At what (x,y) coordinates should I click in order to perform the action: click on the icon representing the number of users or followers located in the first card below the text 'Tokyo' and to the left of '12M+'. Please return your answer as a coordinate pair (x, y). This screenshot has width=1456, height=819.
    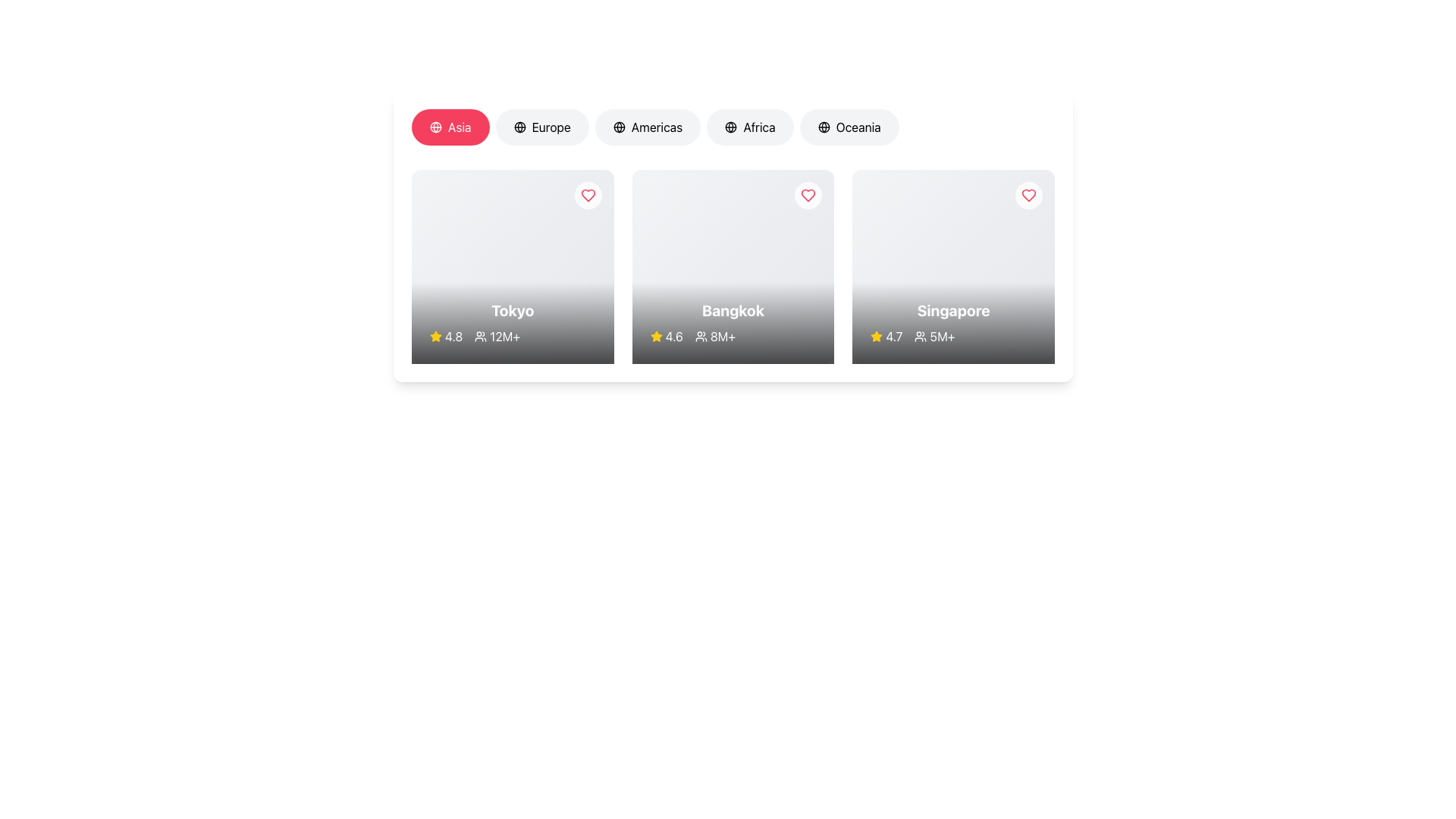
    Looking at the image, I should click on (480, 335).